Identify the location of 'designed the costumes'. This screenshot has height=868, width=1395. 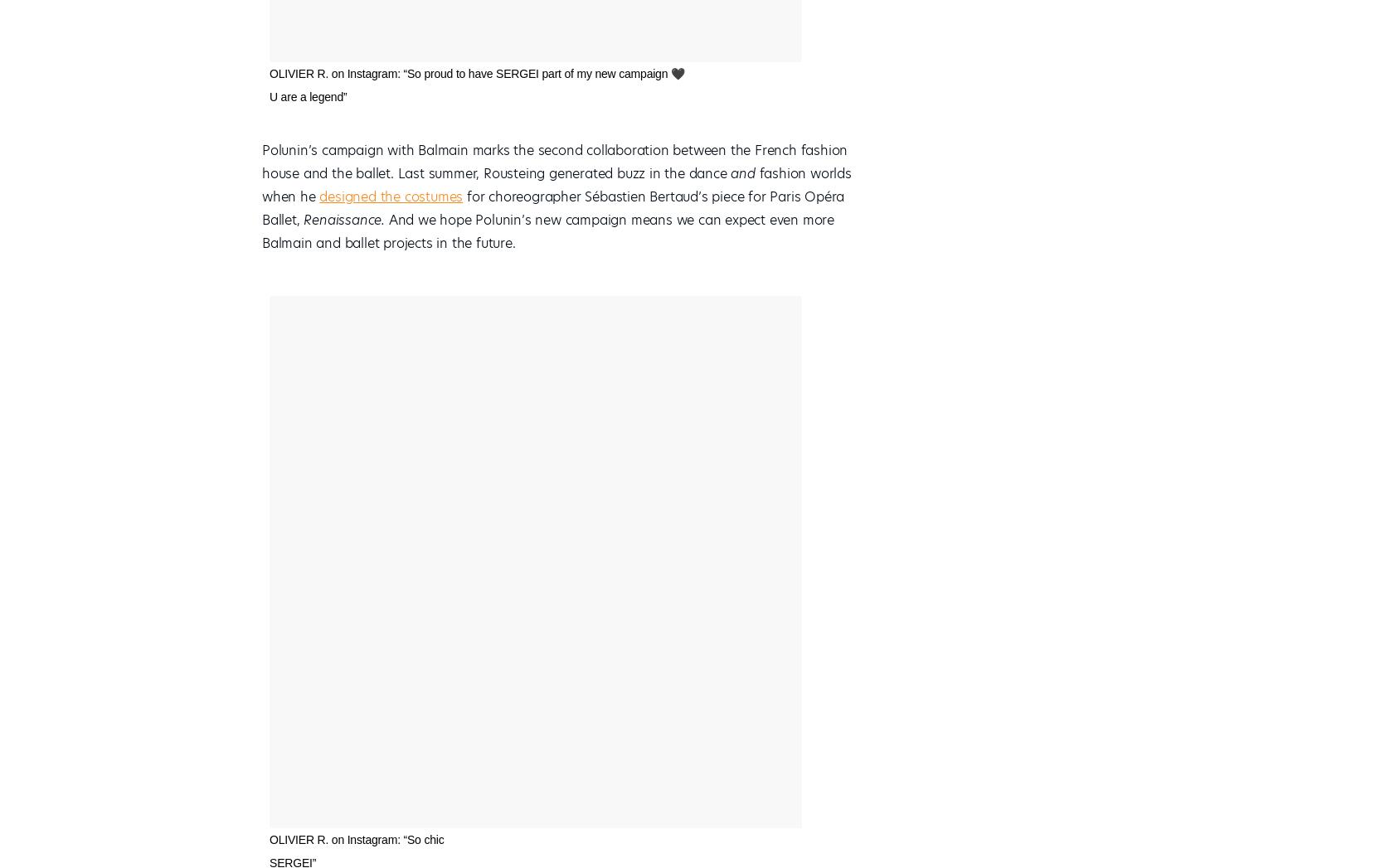
(391, 196).